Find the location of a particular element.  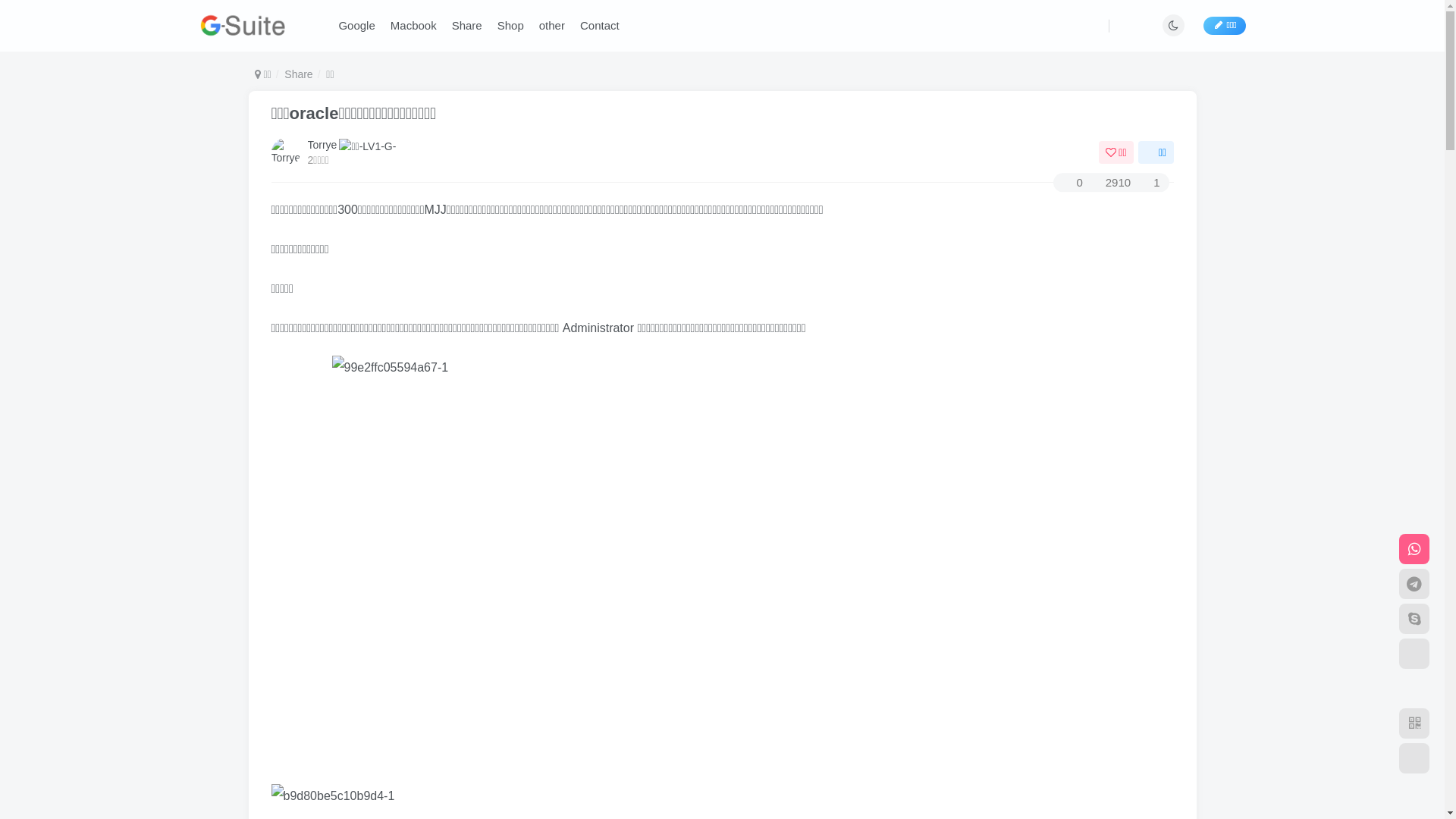

'whatsapp' is located at coordinates (1414, 549).